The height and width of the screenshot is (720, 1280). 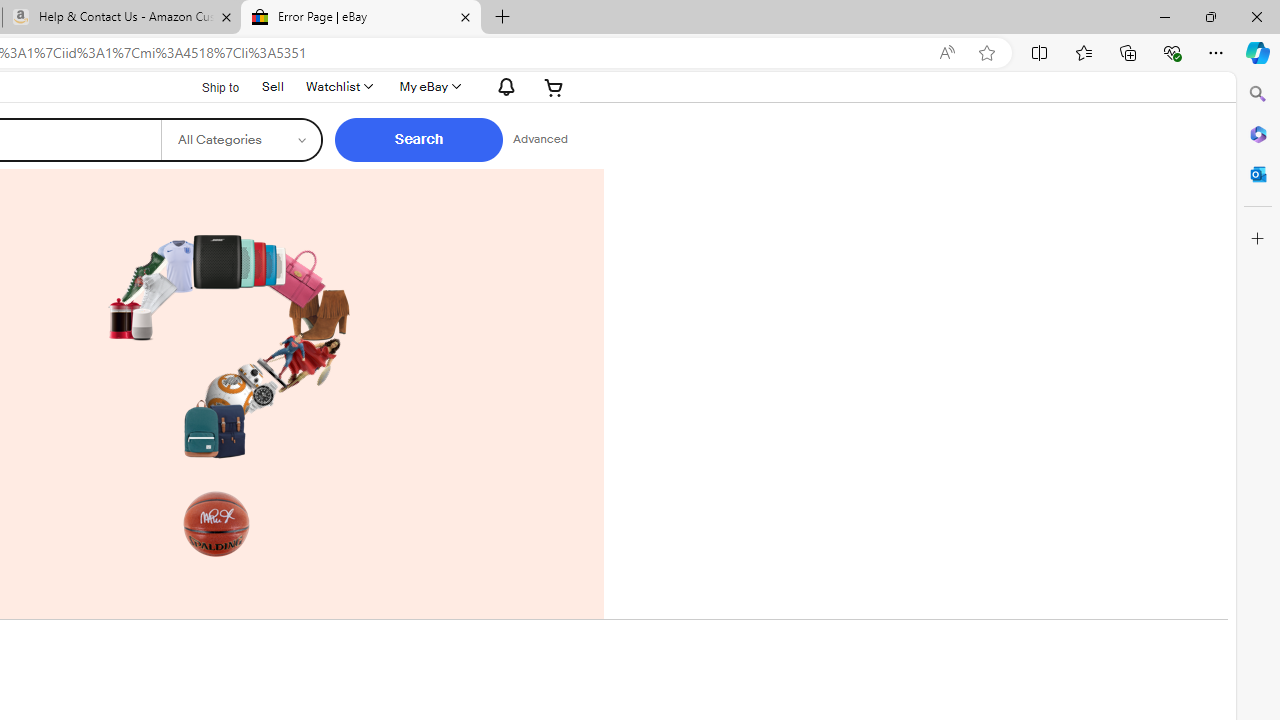 I want to click on 'Ship to', so click(x=208, y=85).